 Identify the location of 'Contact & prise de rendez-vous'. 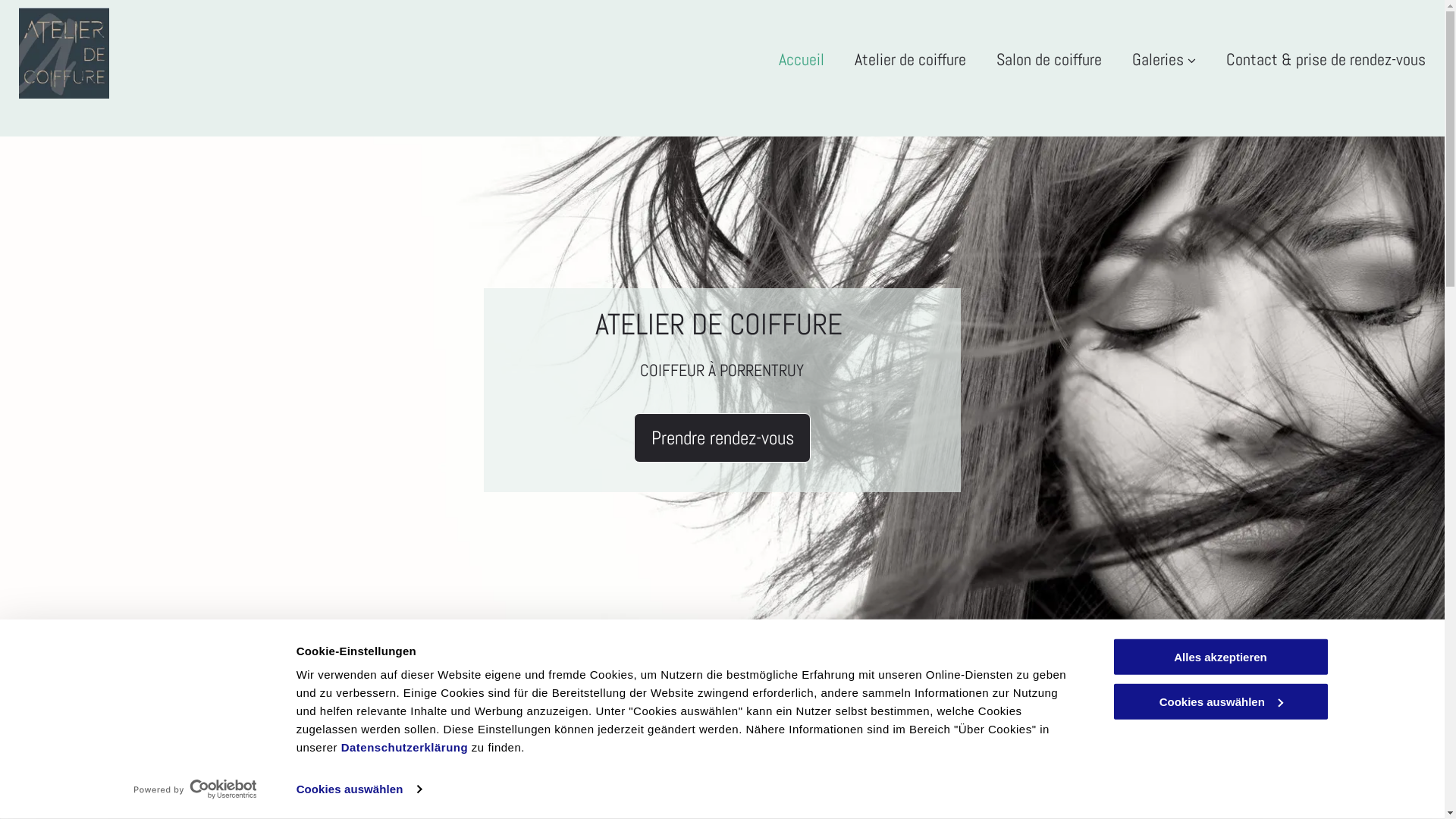
(1325, 57).